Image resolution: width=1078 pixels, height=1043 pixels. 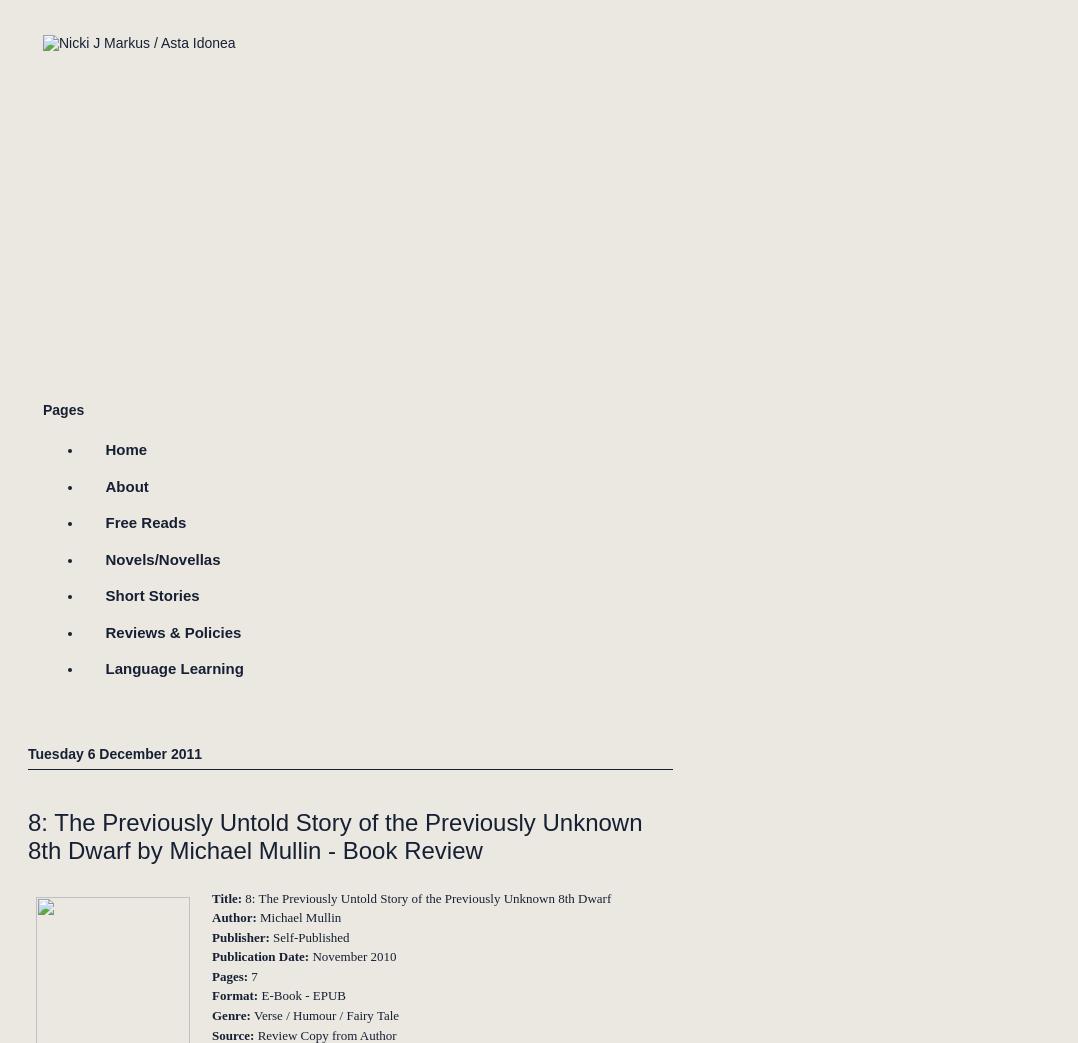 I want to click on 'November 2010', so click(x=352, y=955).